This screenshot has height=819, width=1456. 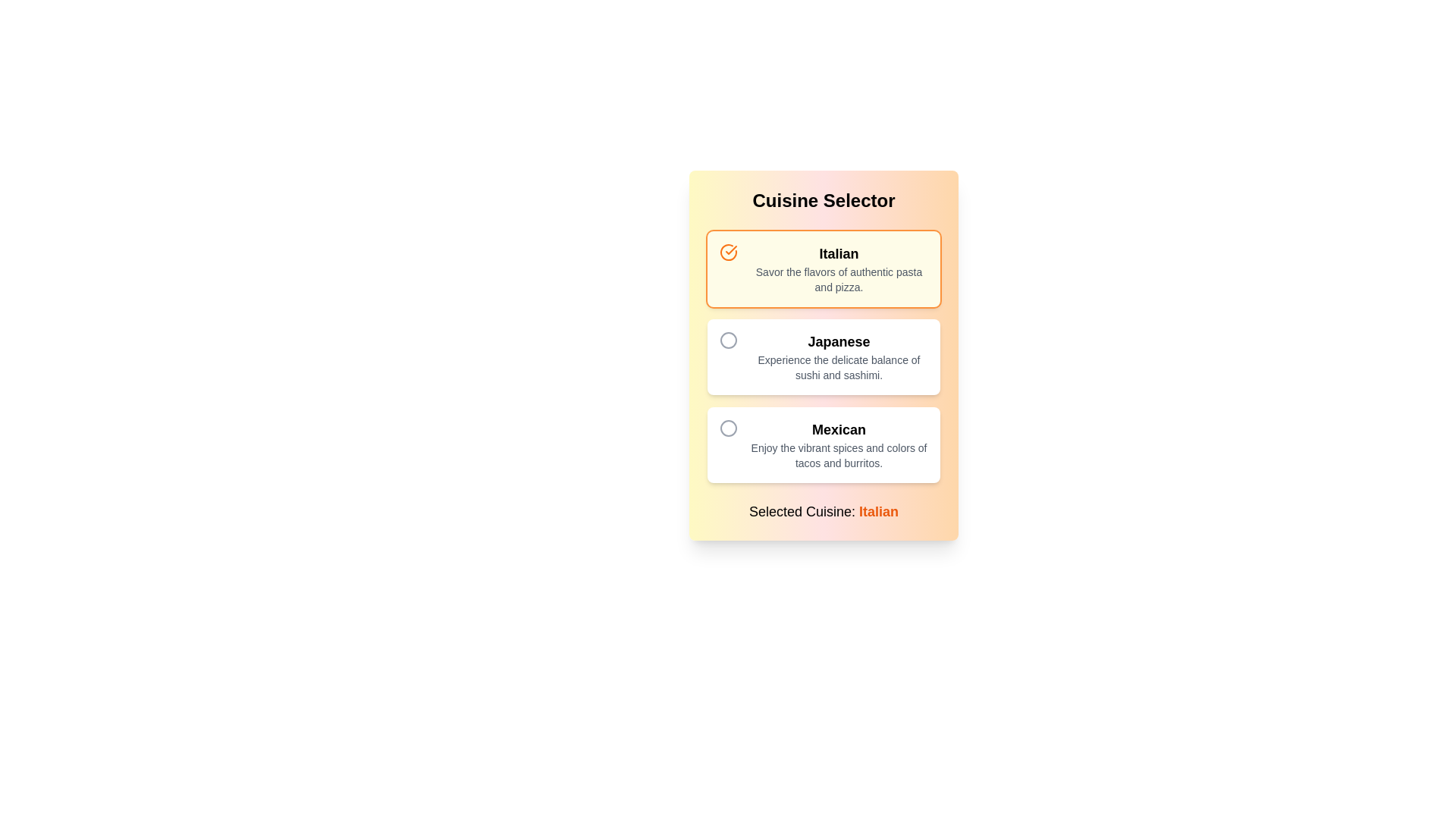 What do you see at coordinates (823, 512) in the screenshot?
I see `the Text Label that indicates the selected cuisine, located below the cuisine selection boxes` at bounding box center [823, 512].